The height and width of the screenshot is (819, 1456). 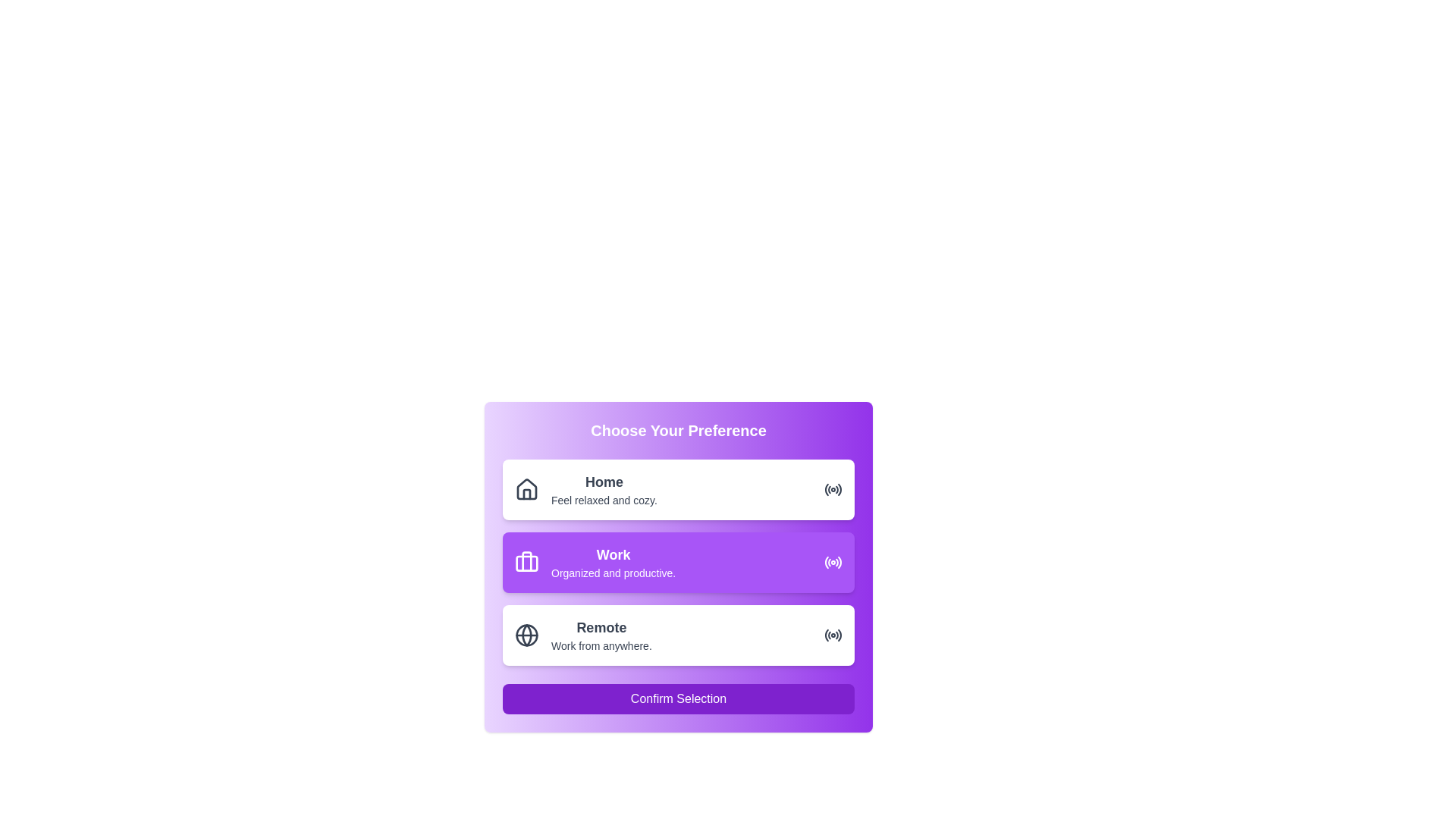 What do you see at coordinates (613, 555) in the screenshot?
I see `the 'Work' text label` at bounding box center [613, 555].